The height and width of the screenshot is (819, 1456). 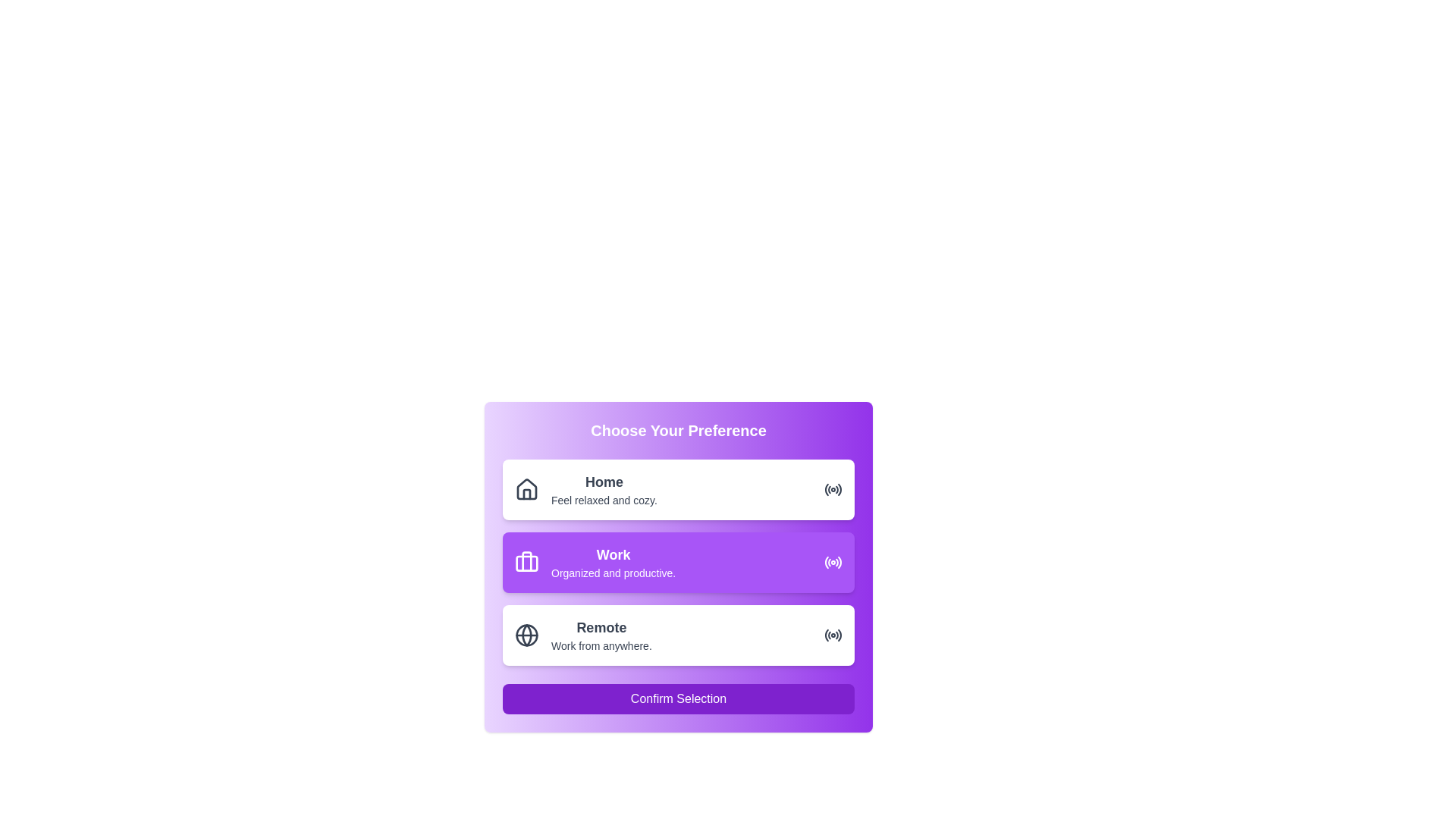 What do you see at coordinates (613, 555) in the screenshot?
I see `the 'Work' text label` at bounding box center [613, 555].